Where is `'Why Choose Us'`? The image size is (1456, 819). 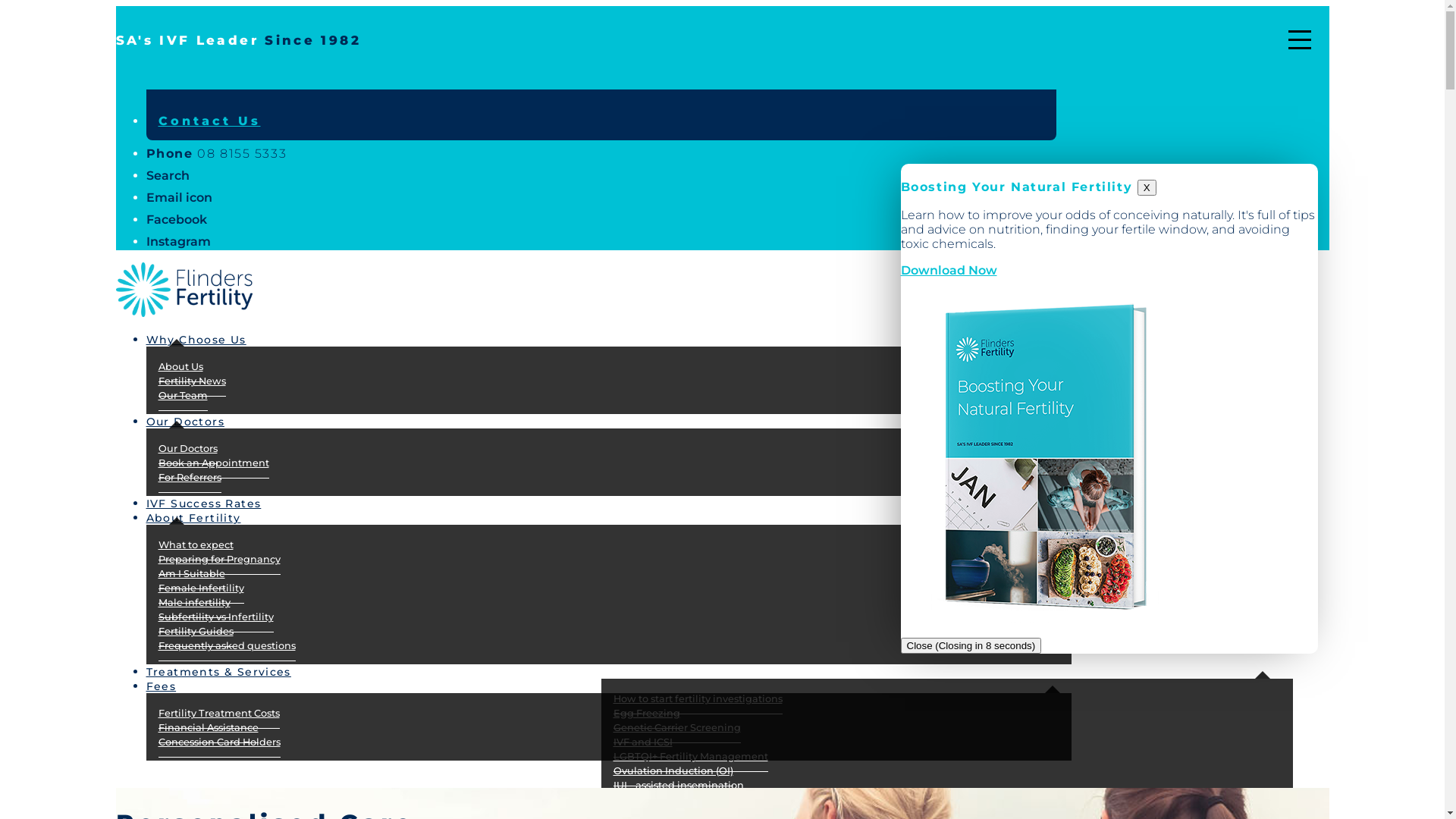
'Why Choose Us' is located at coordinates (206, 335).